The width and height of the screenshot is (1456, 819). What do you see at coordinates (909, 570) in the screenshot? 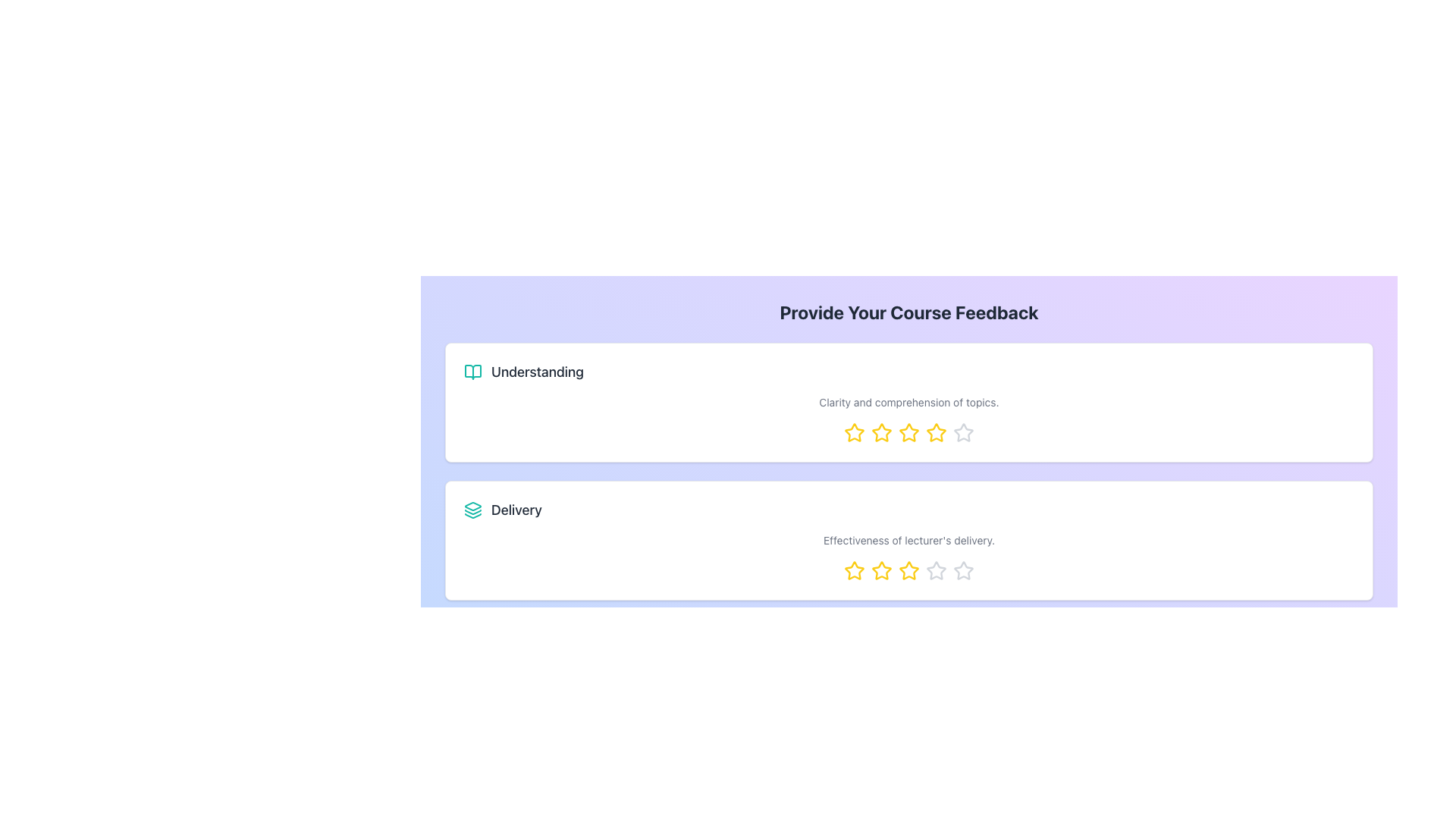
I see `the fourth star icon in the rating system under the 'Effectiveness of lecturer's delivery' section of the 'Delivery' card` at bounding box center [909, 570].